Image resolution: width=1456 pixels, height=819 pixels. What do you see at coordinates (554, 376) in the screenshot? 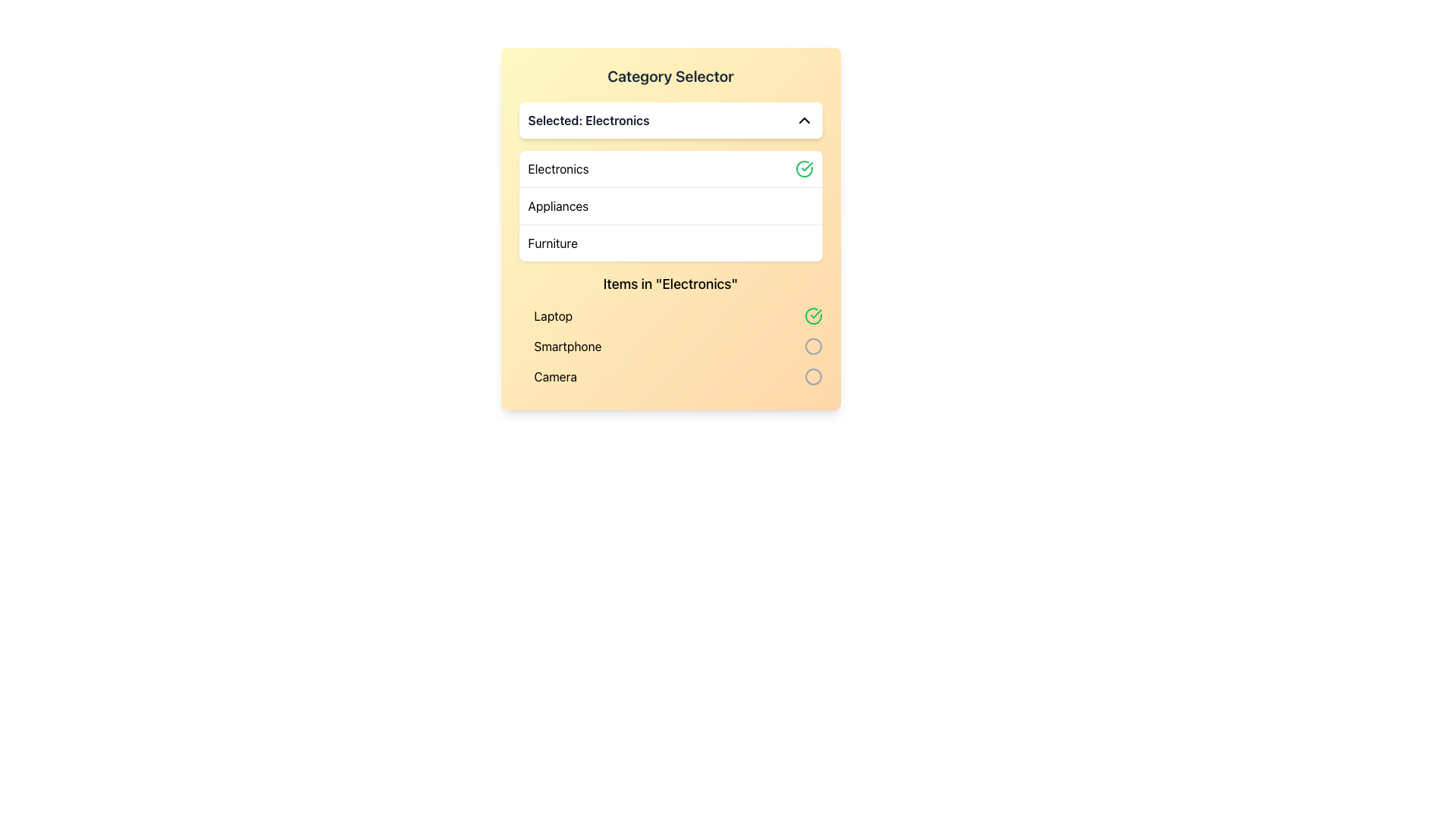
I see `the text label 'Camera' which is styled in bold green font, indicating it is selected` at bounding box center [554, 376].